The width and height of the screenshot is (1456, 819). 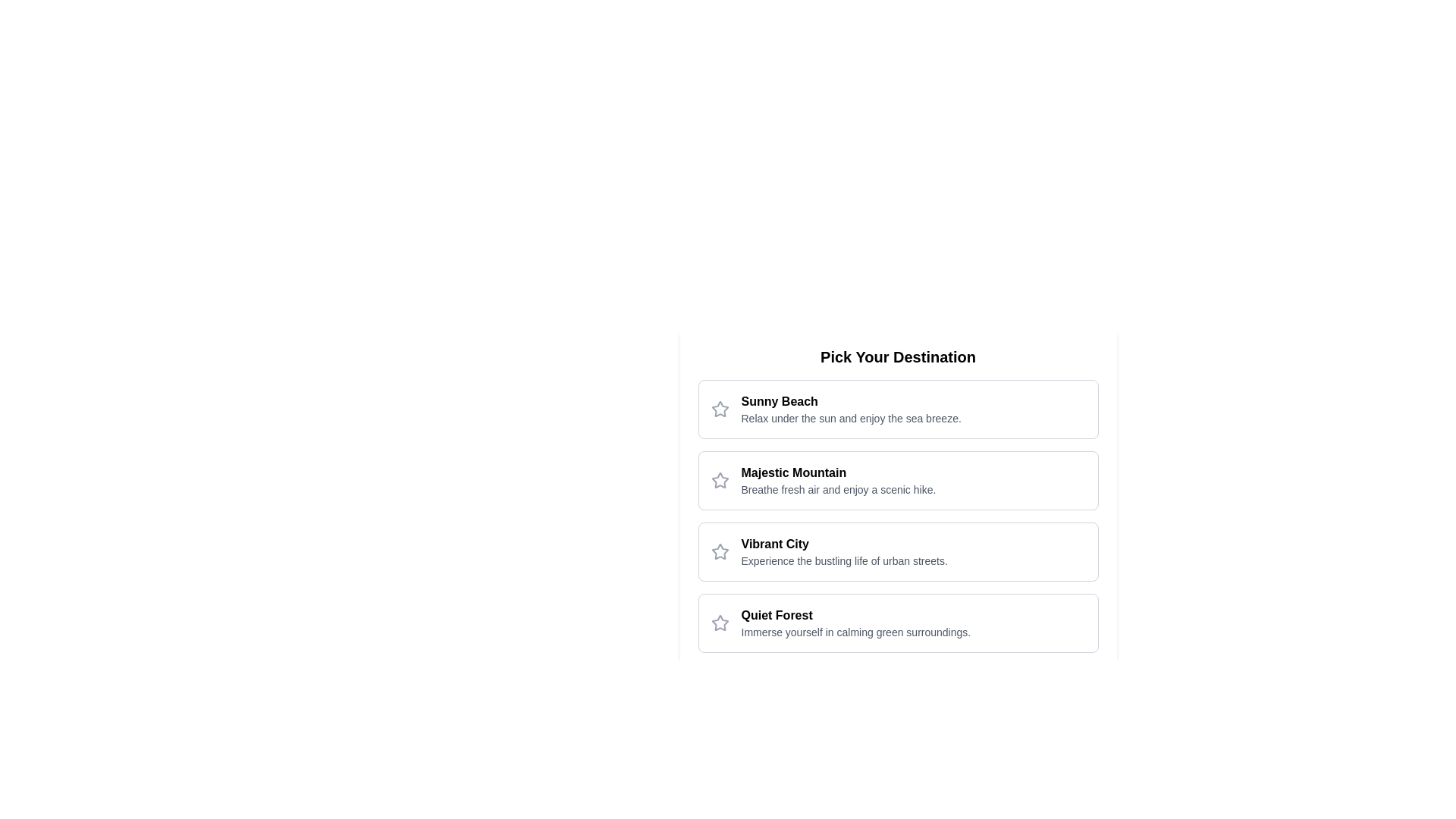 I want to click on the 'Quiet Forest' clickable card, which is the last item in the vertical list of destination options, so click(x=898, y=623).